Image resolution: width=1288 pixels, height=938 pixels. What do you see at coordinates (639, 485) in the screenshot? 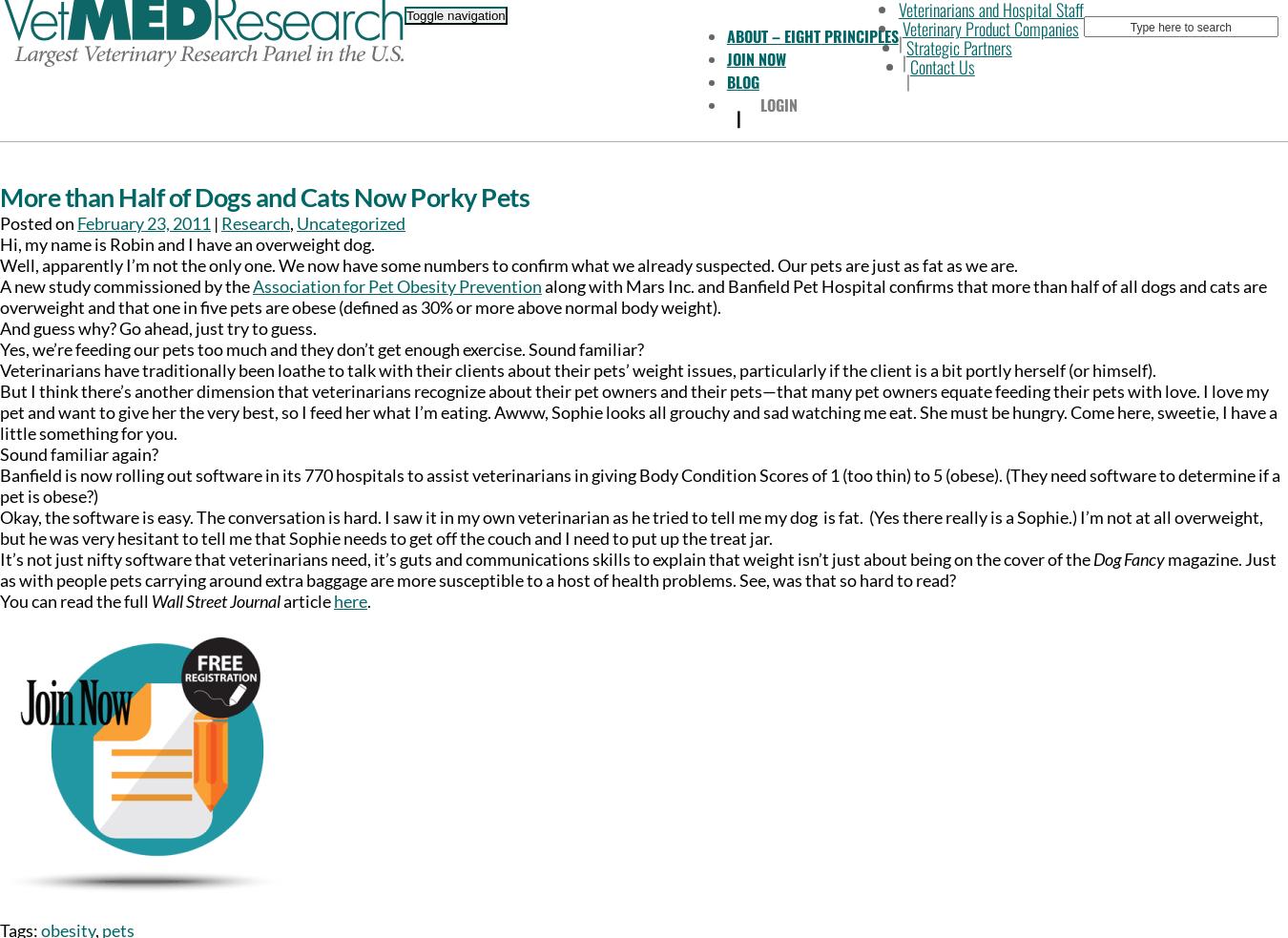
I see `'Banfield is now rolling out software in its 770 hospitals to assist veterinarians in giving Body Condition Scores of 1 (too thin) to 5 (obese). (They need software to determine if a pet is obese?)'` at bounding box center [639, 485].